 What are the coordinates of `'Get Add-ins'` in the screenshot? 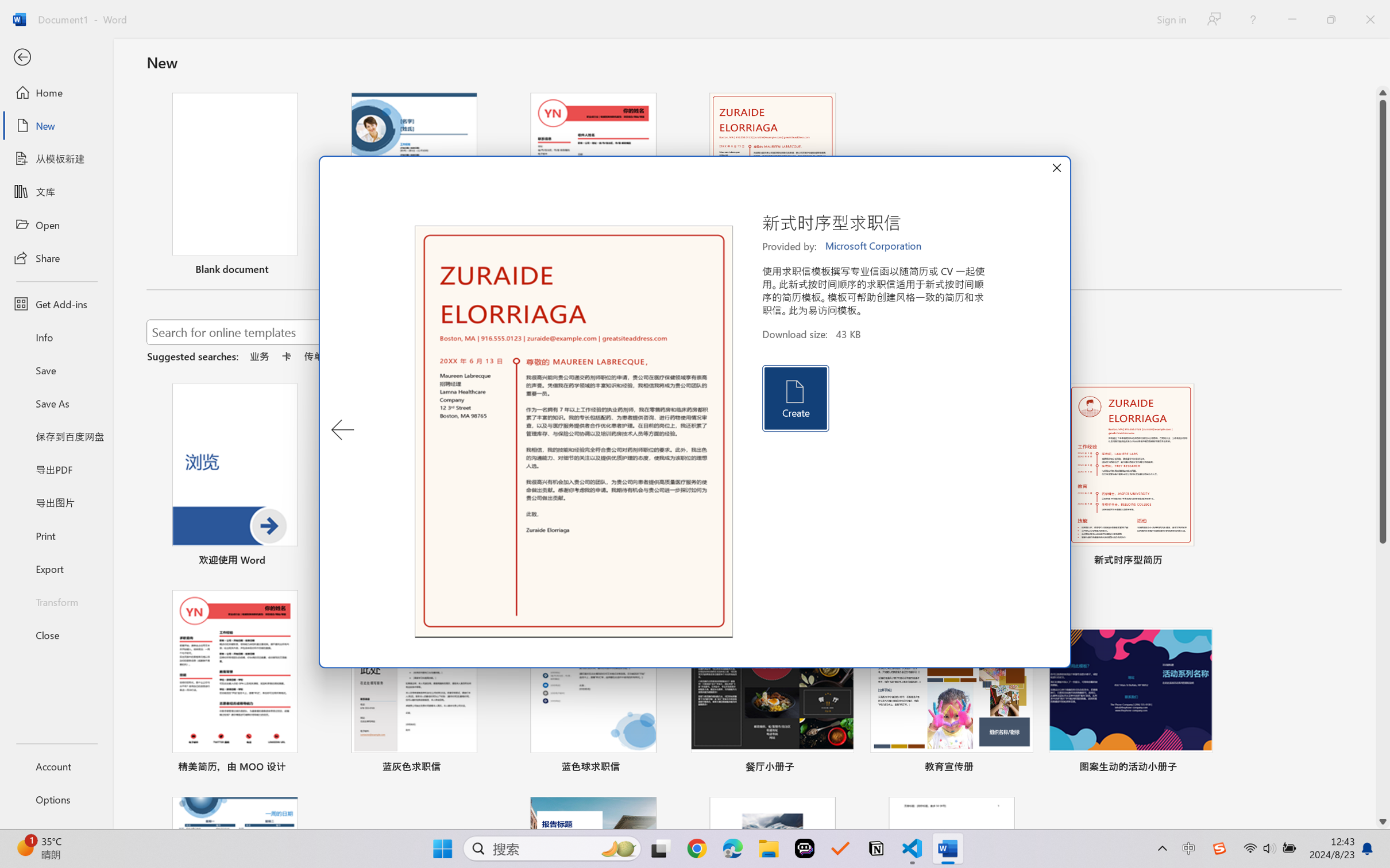 It's located at (56, 303).